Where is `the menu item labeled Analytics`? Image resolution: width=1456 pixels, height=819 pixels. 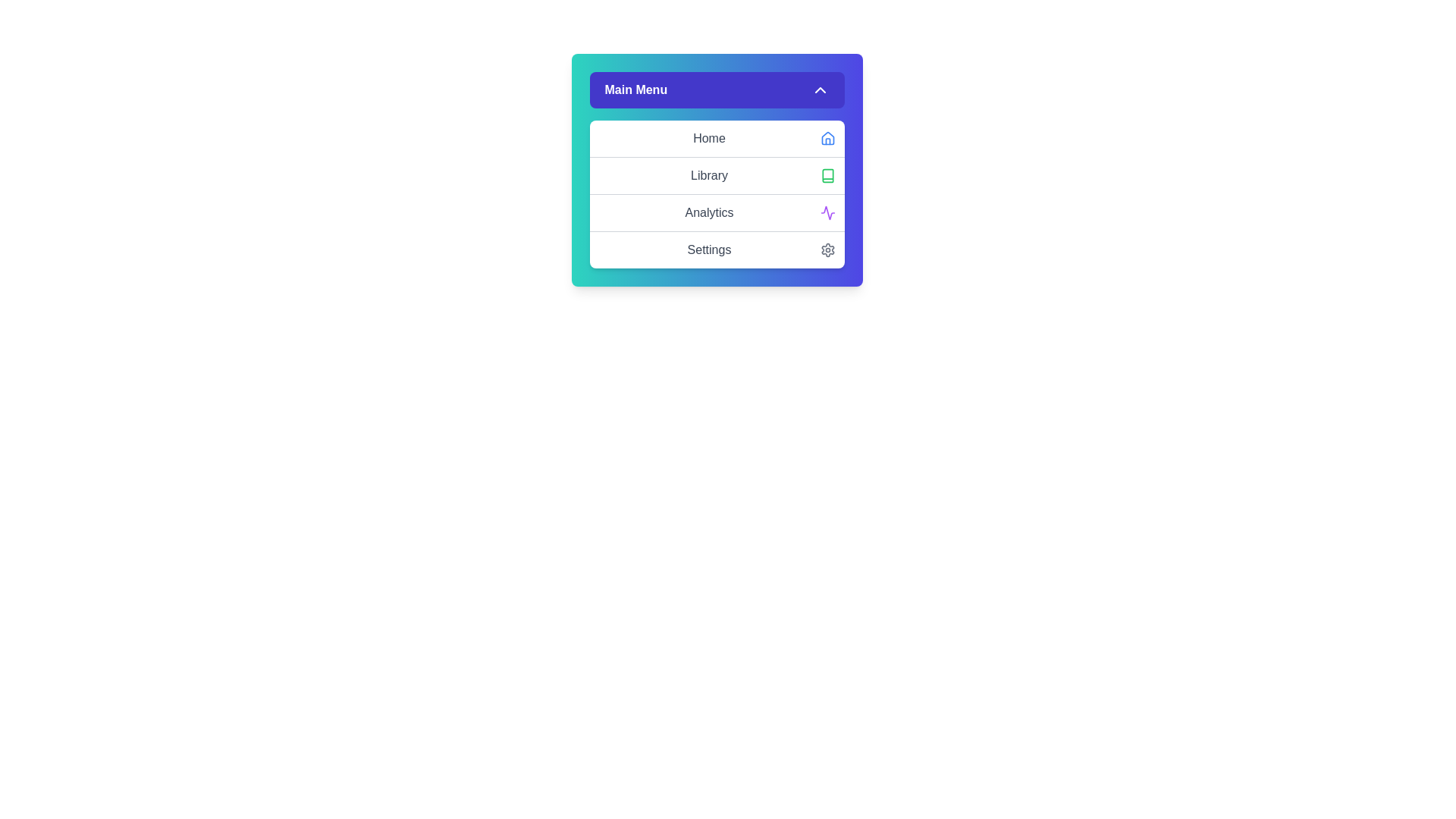 the menu item labeled Analytics is located at coordinates (716, 212).